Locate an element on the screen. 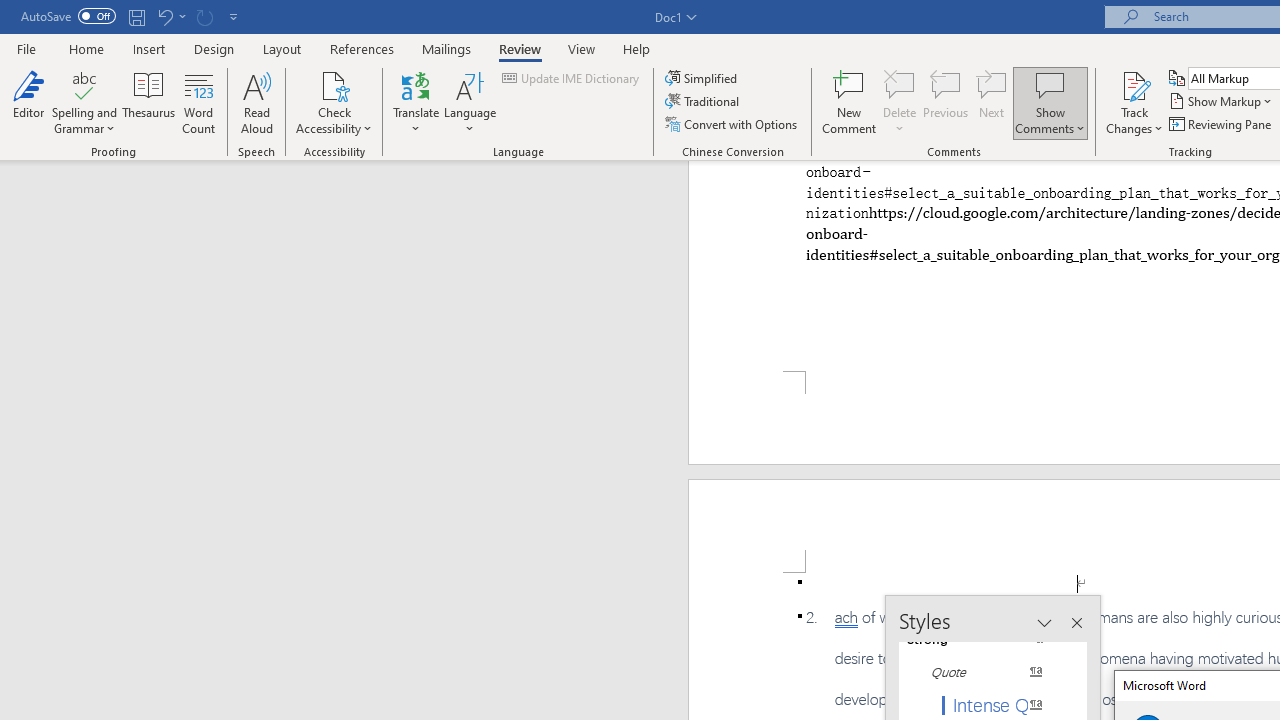 This screenshot has height=720, width=1280. 'Show Comments' is located at coordinates (1049, 84).